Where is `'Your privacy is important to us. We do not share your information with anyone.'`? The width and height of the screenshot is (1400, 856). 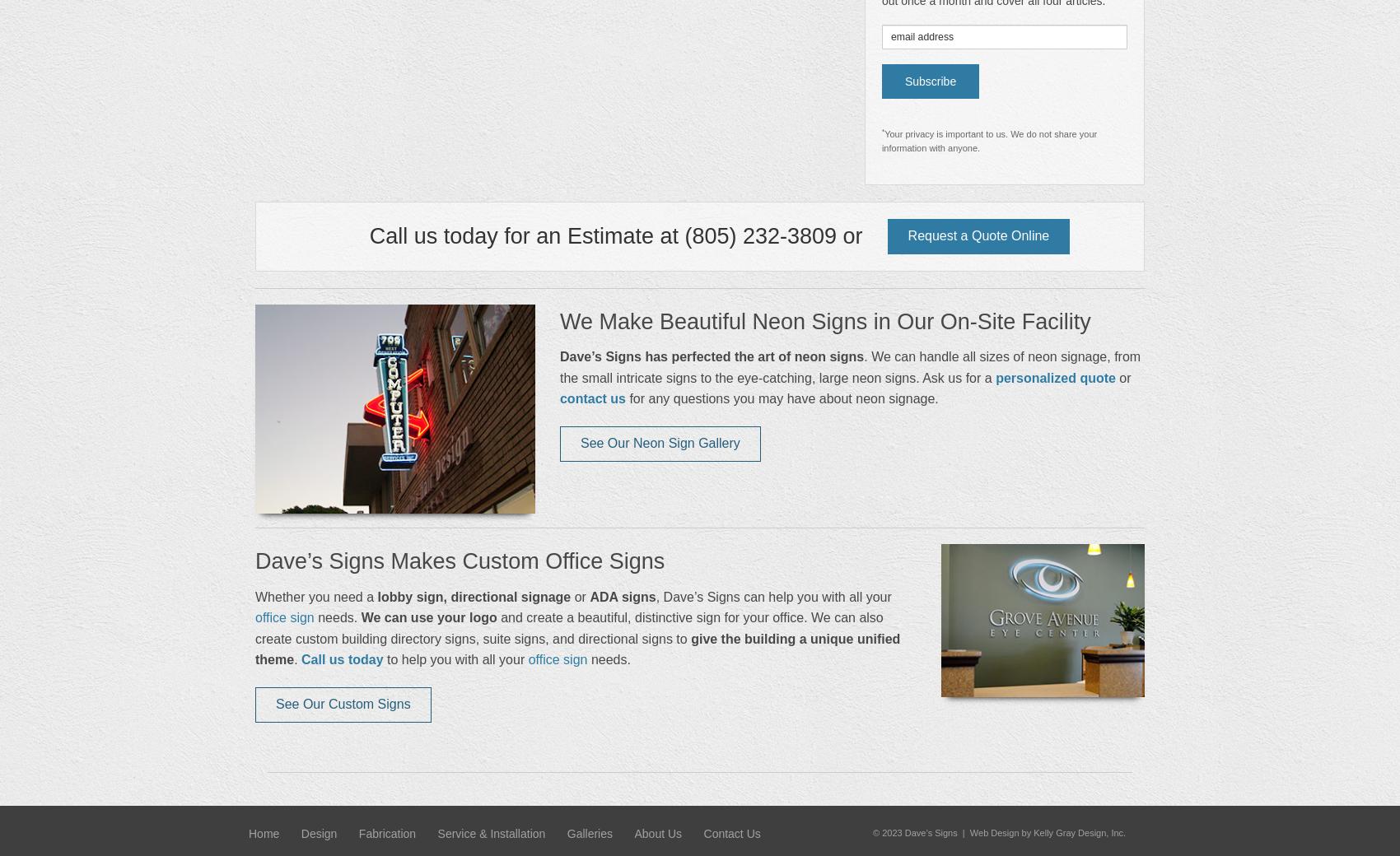 'Your privacy is important to us. We do not share your information with anyone.' is located at coordinates (988, 140).